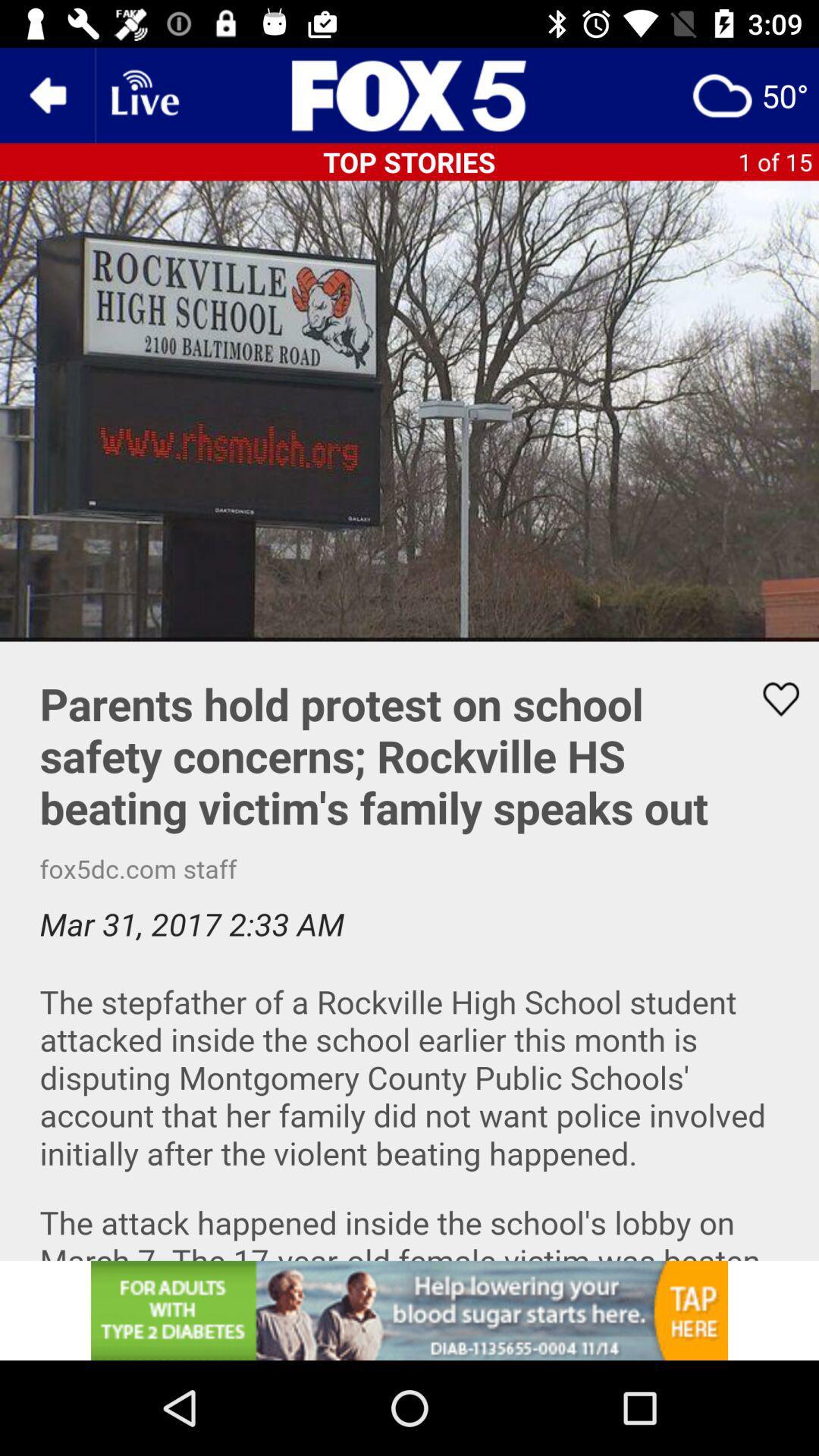  Describe the element at coordinates (409, 94) in the screenshot. I see `title image` at that location.